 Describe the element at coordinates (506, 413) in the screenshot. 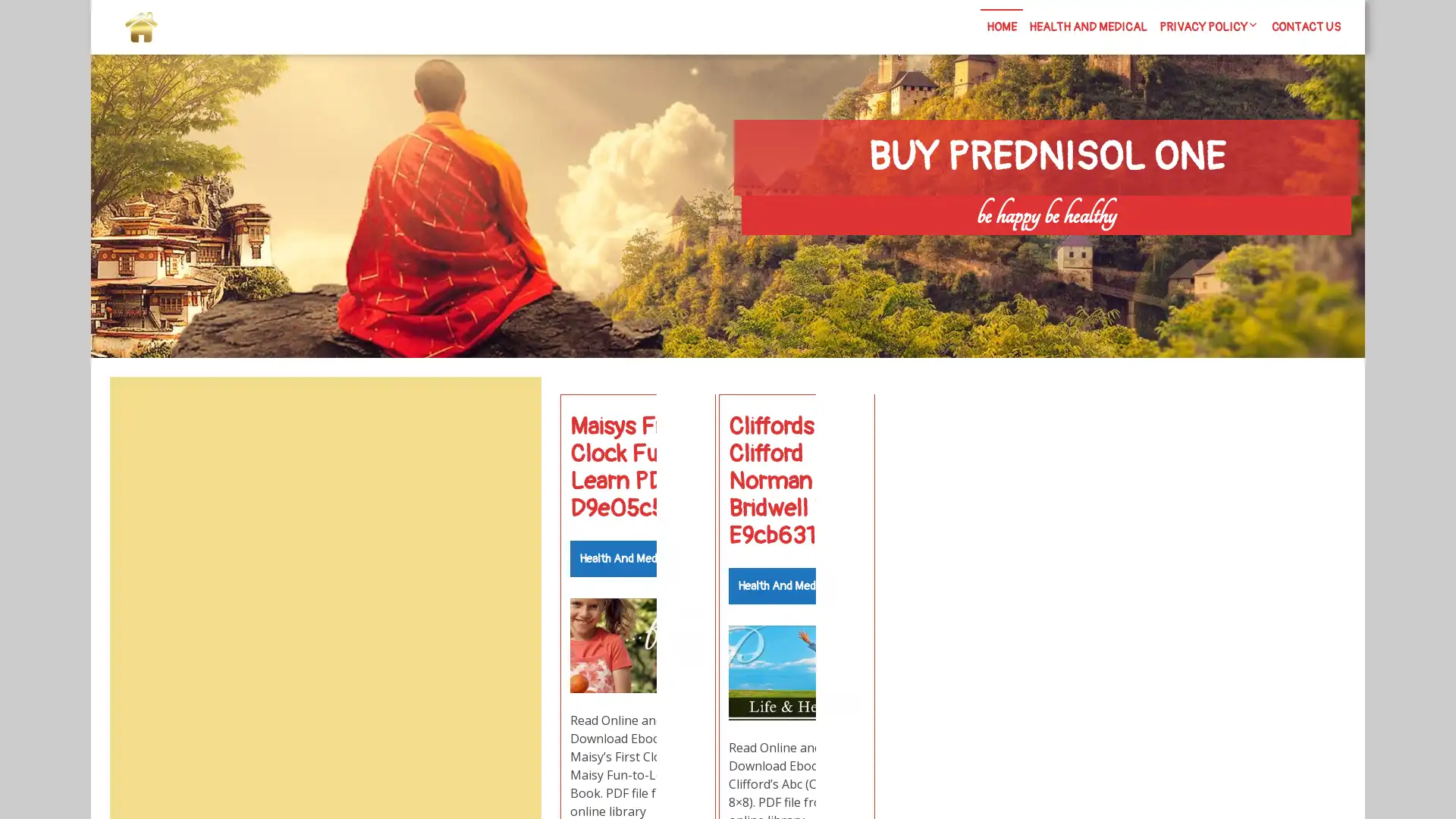

I see `Search` at that location.